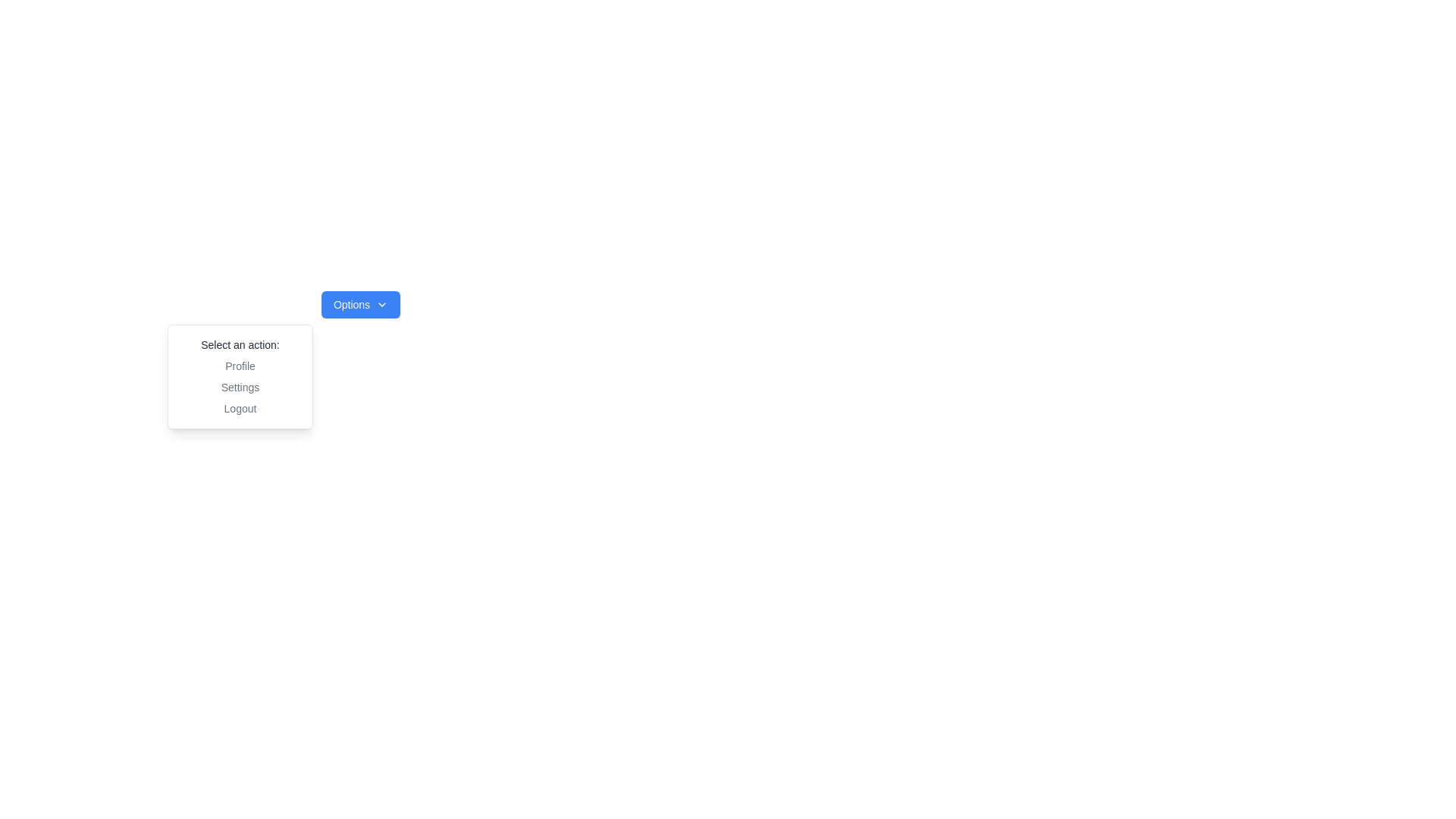  What do you see at coordinates (239, 366) in the screenshot?
I see `the clickable text item in the dropdown menu to change its color to blue` at bounding box center [239, 366].